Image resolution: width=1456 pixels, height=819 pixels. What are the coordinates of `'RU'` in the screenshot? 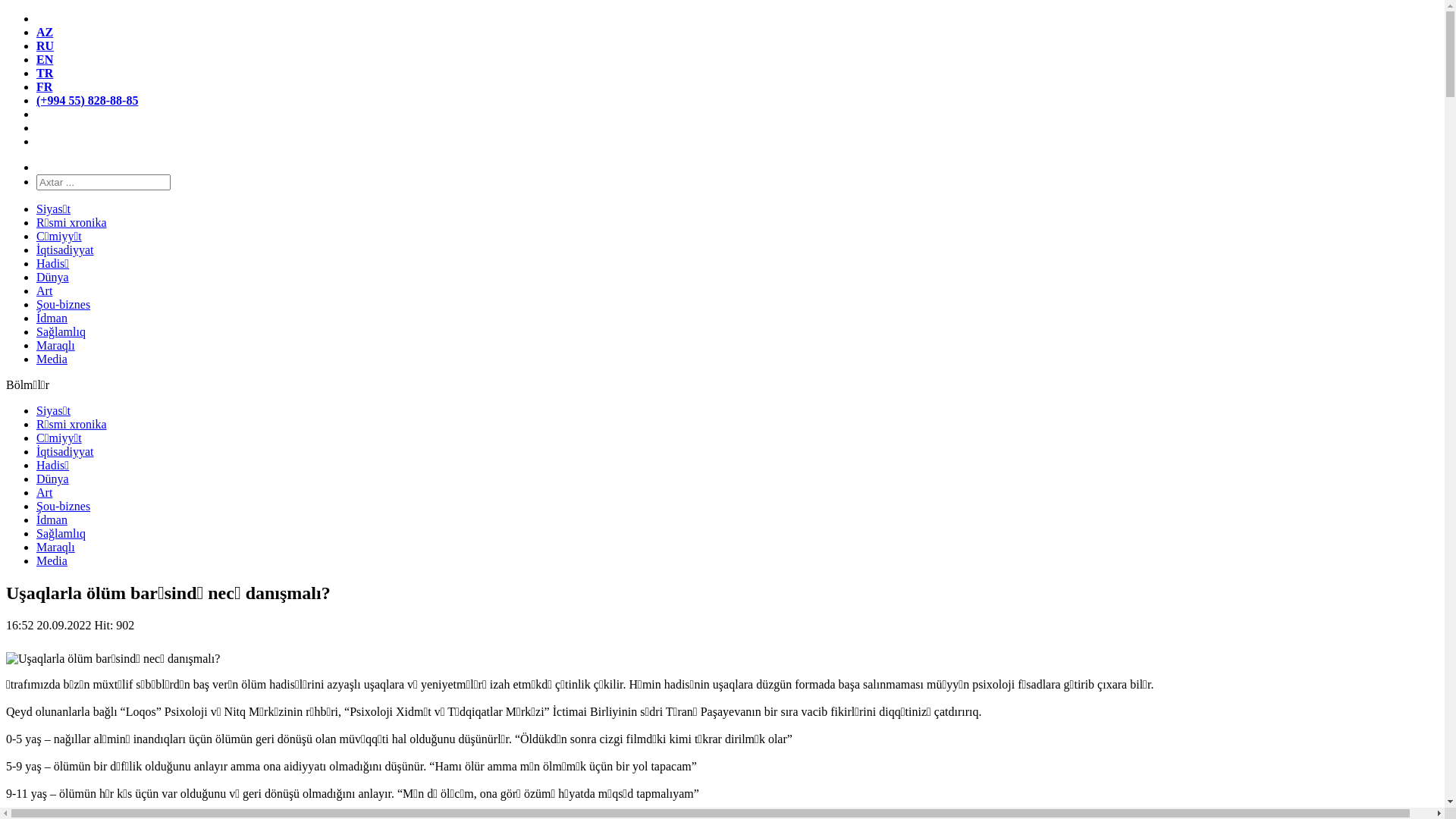 It's located at (45, 45).